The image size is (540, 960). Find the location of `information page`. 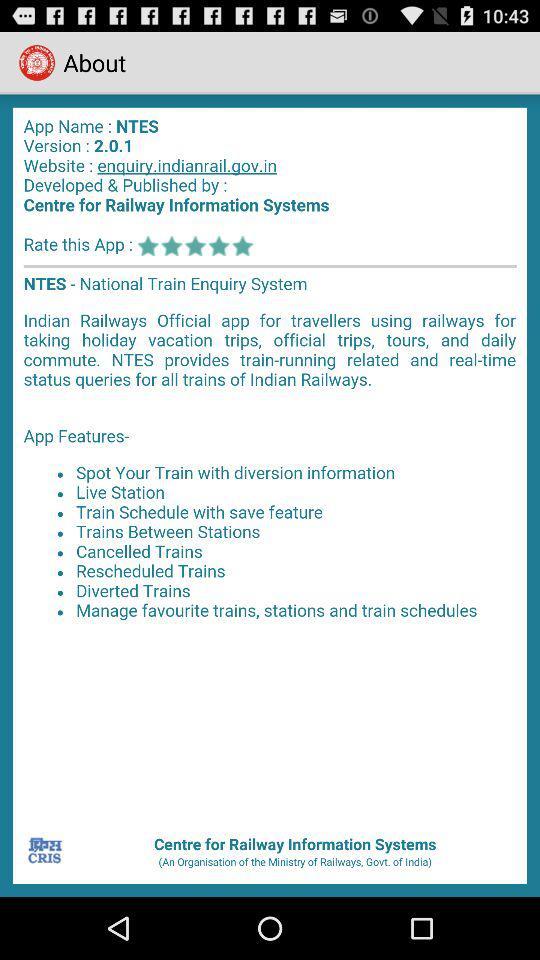

information page is located at coordinates (270, 462).